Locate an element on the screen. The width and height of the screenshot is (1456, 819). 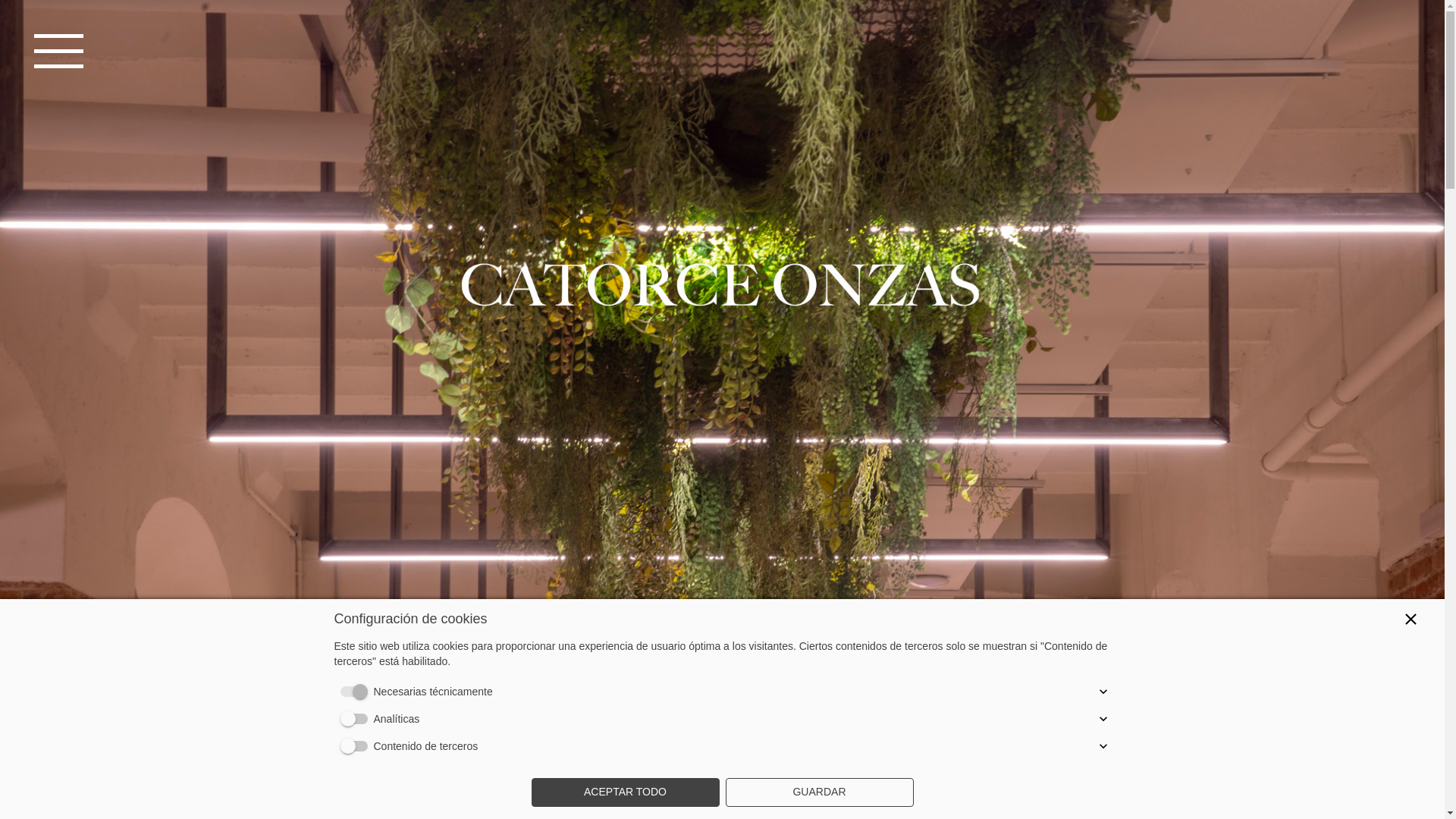
'ACEPTAR TODO' is located at coordinates (625, 792).